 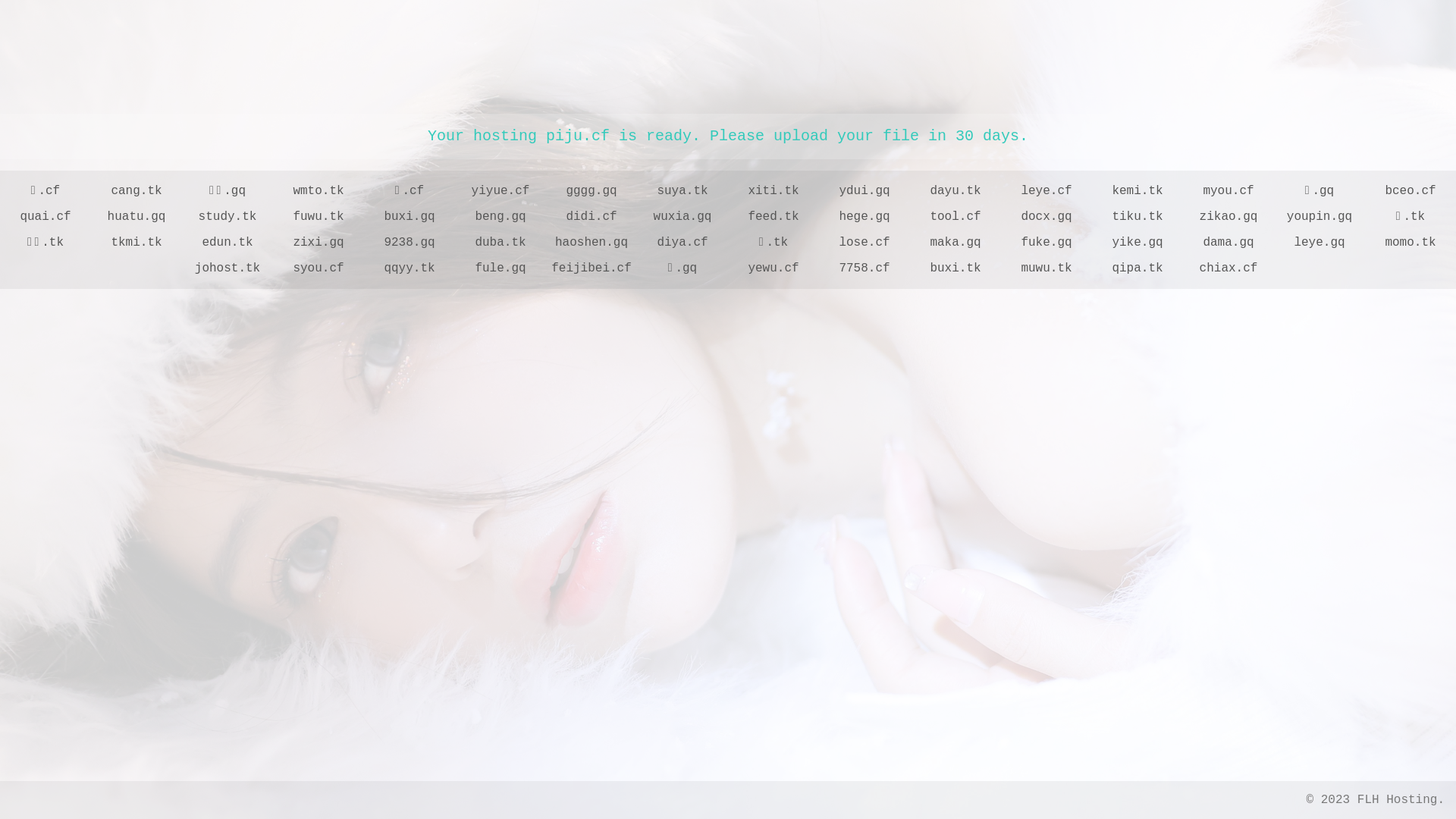 What do you see at coordinates (1137, 268) in the screenshot?
I see `'qipa.tk'` at bounding box center [1137, 268].